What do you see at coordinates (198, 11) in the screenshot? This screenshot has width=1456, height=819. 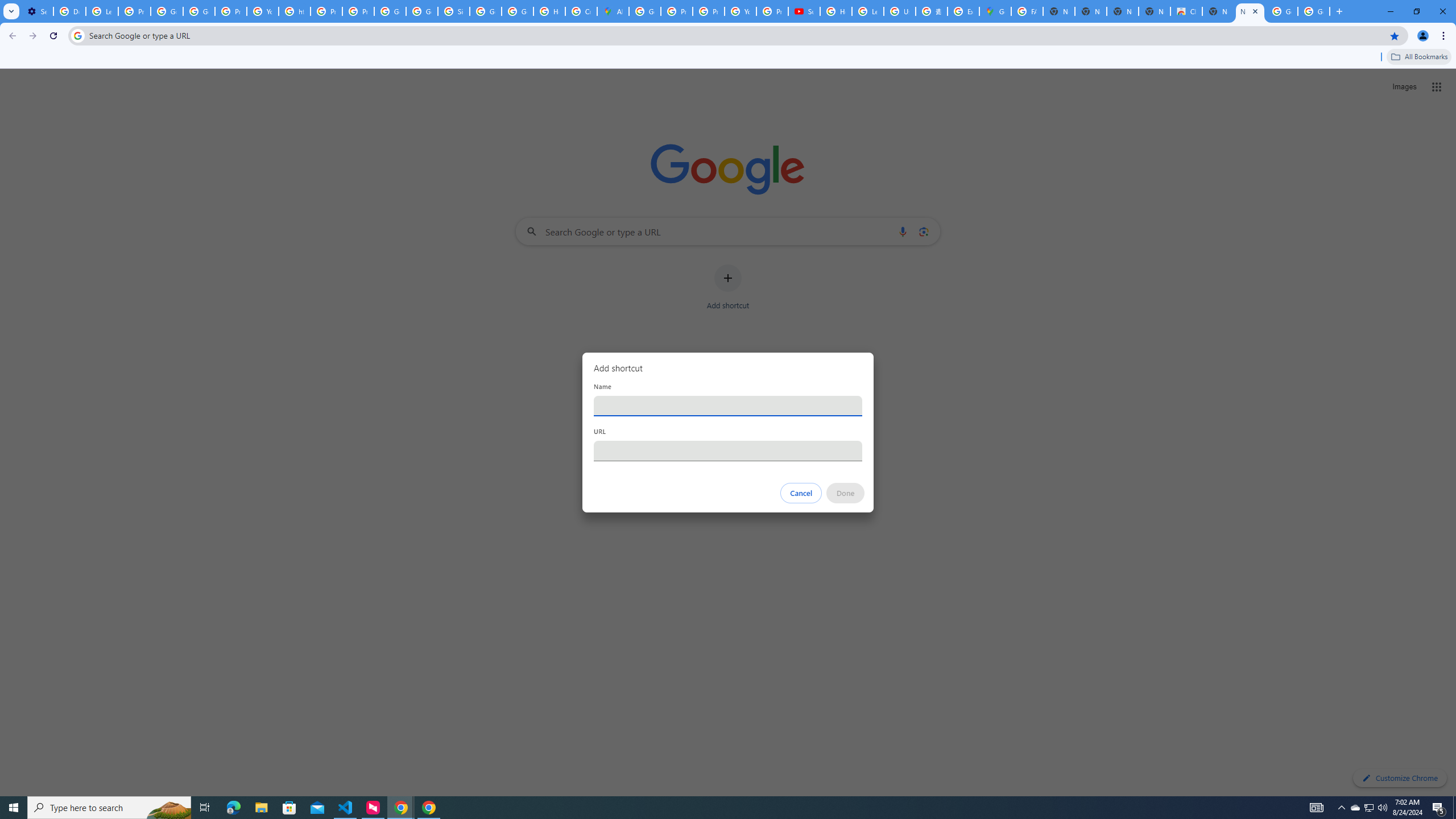 I see `'Google Account Help'` at bounding box center [198, 11].